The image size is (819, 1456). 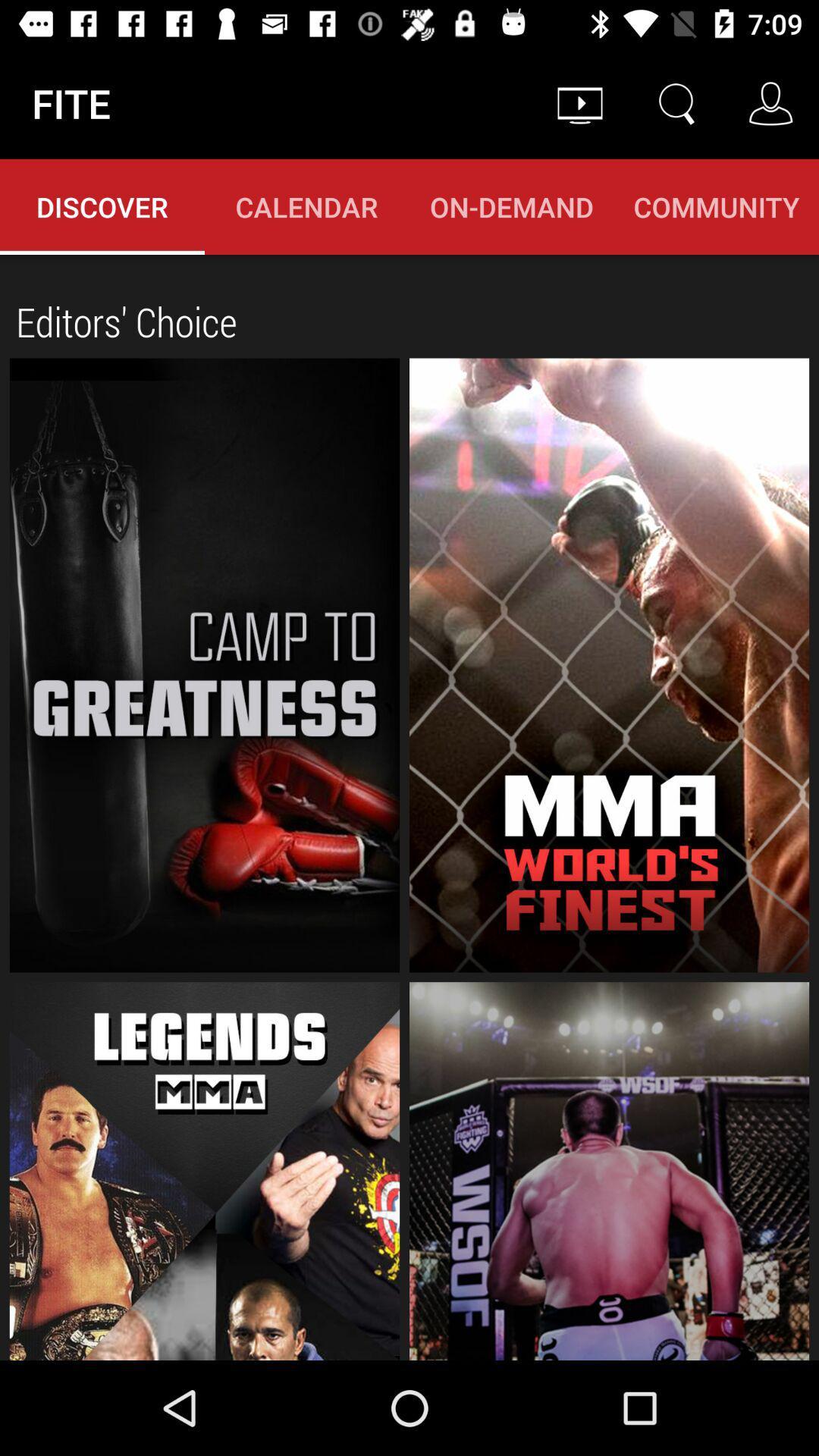 What do you see at coordinates (579, 102) in the screenshot?
I see `the item above on-demand` at bounding box center [579, 102].